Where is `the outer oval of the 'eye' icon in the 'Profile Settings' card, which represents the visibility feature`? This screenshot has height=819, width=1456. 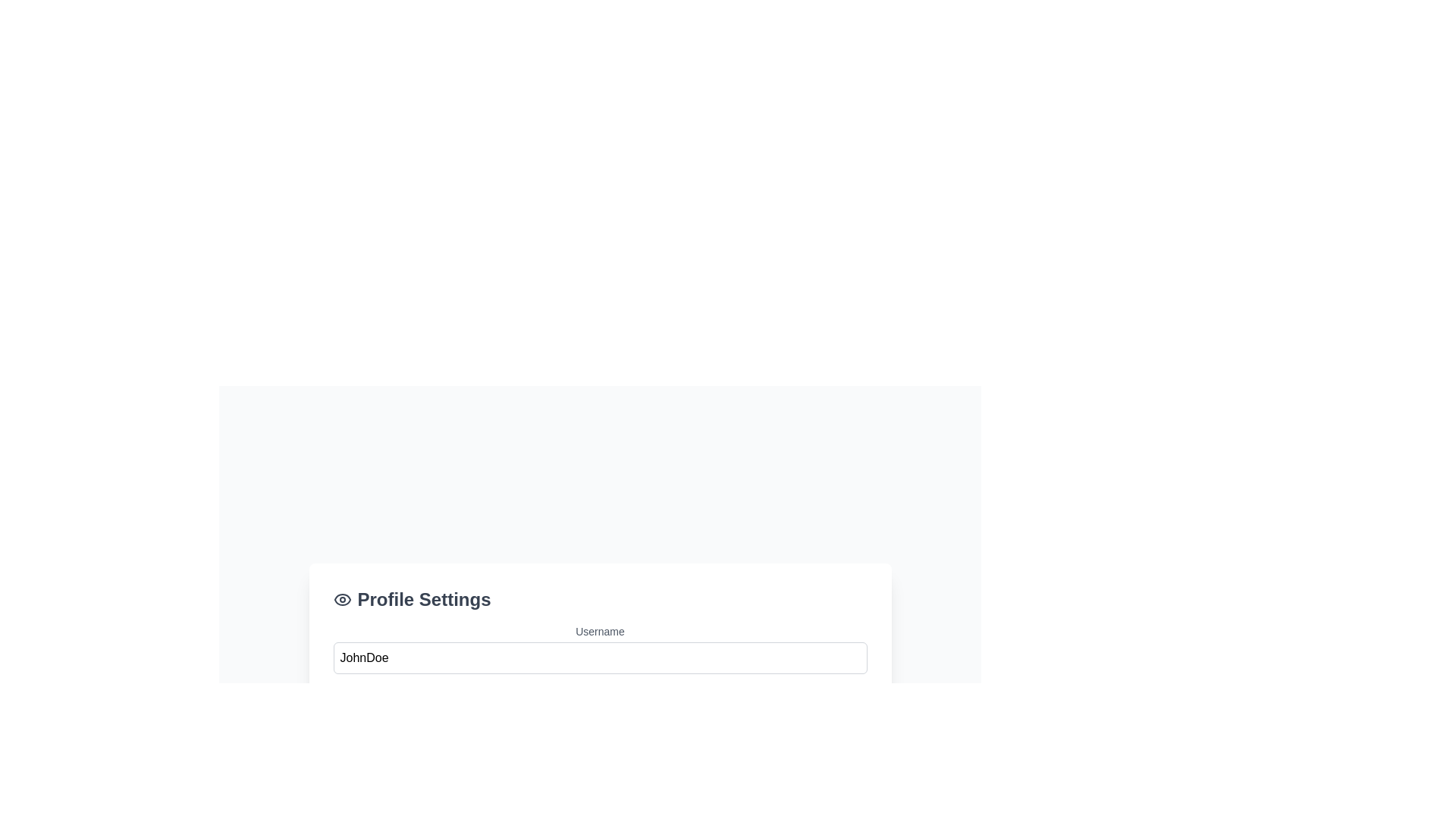 the outer oval of the 'eye' icon in the 'Profile Settings' card, which represents the visibility feature is located at coordinates (341, 598).